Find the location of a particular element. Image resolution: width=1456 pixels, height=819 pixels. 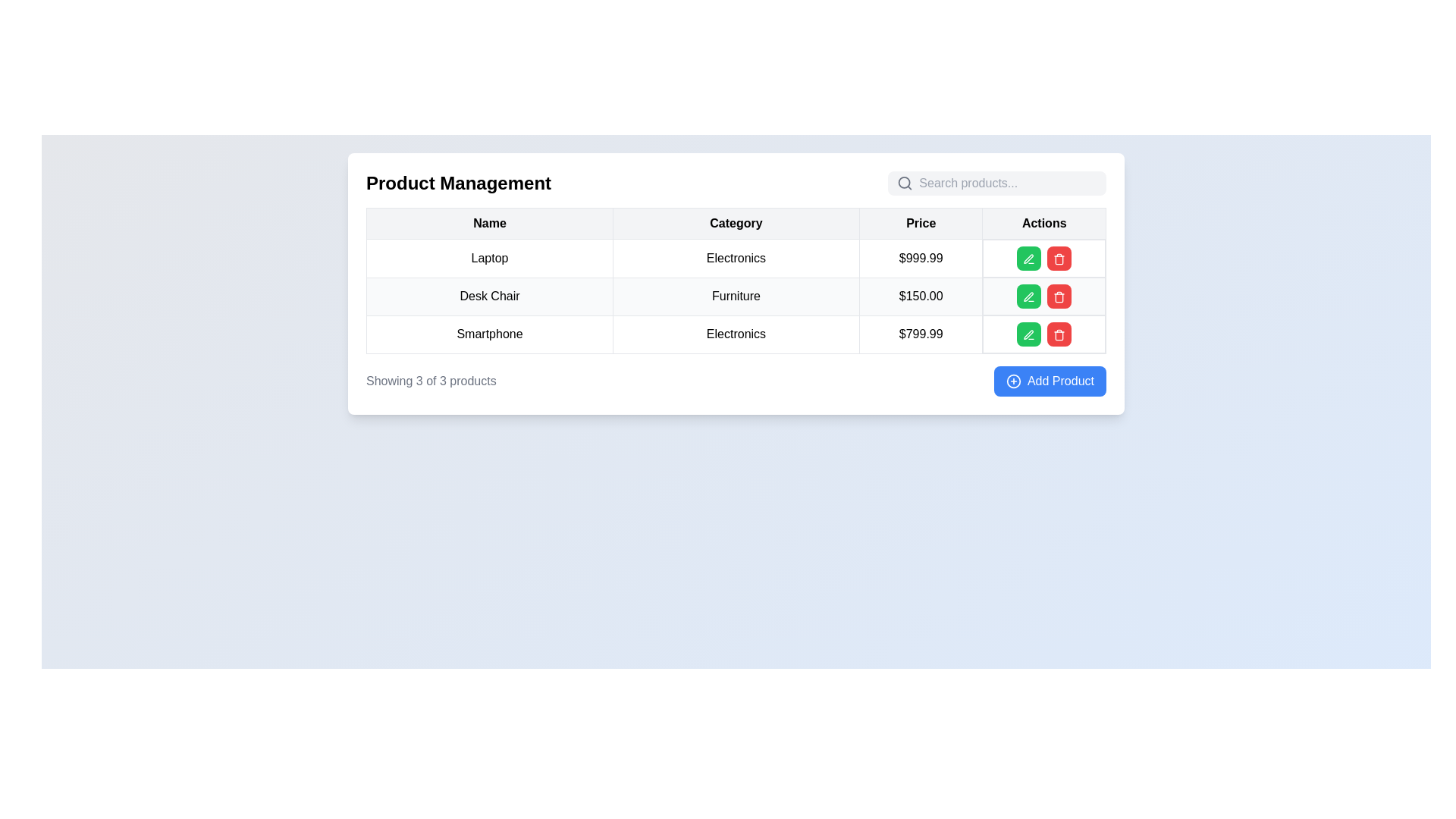

the red delete button SVG icon located under the 'Actions' column of the third row of the table is located at coordinates (1059, 298).